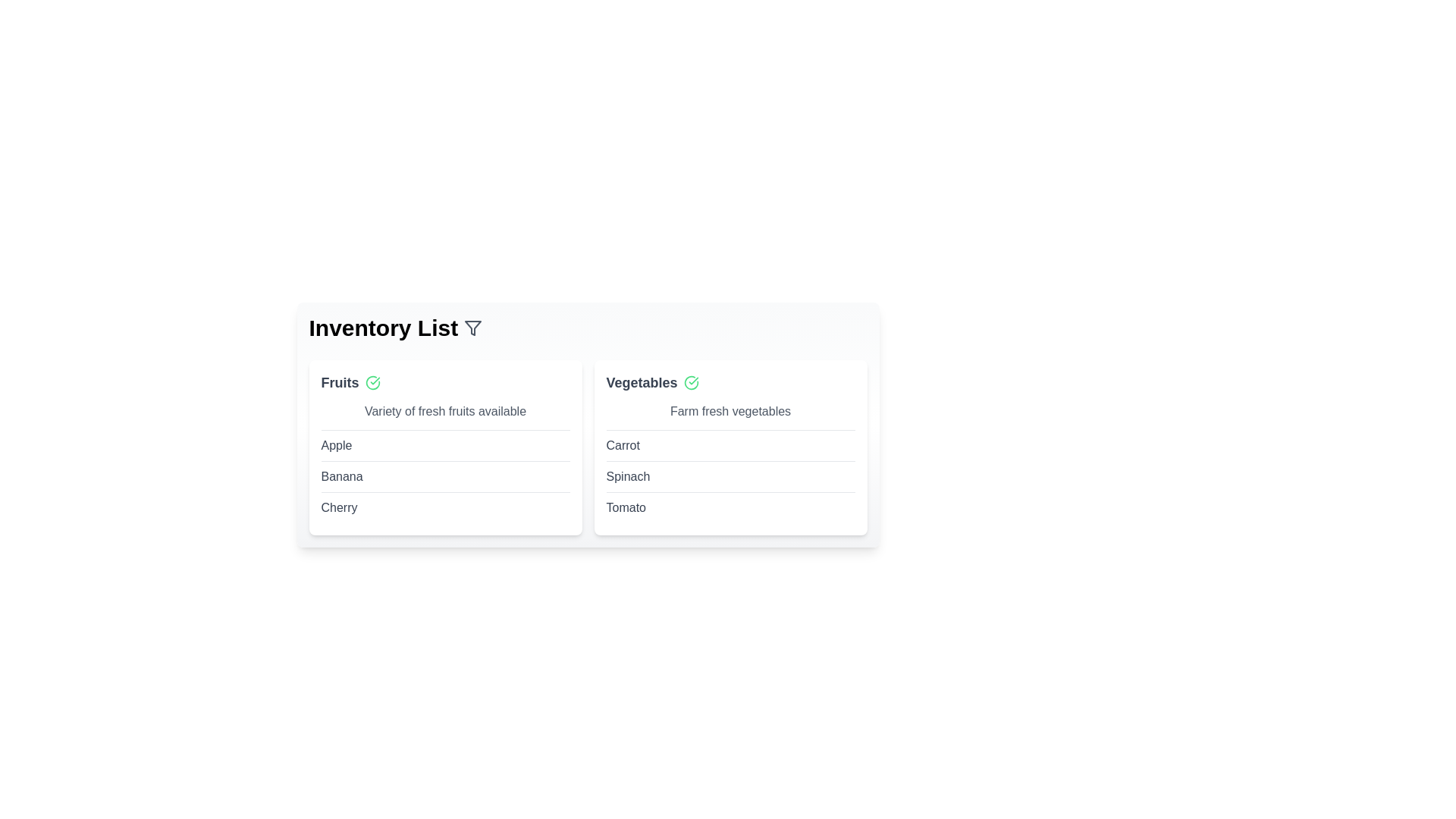  Describe the element at coordinates (338, 508) in the screenshot. I see `the item Cherry in the inventory` at that location.